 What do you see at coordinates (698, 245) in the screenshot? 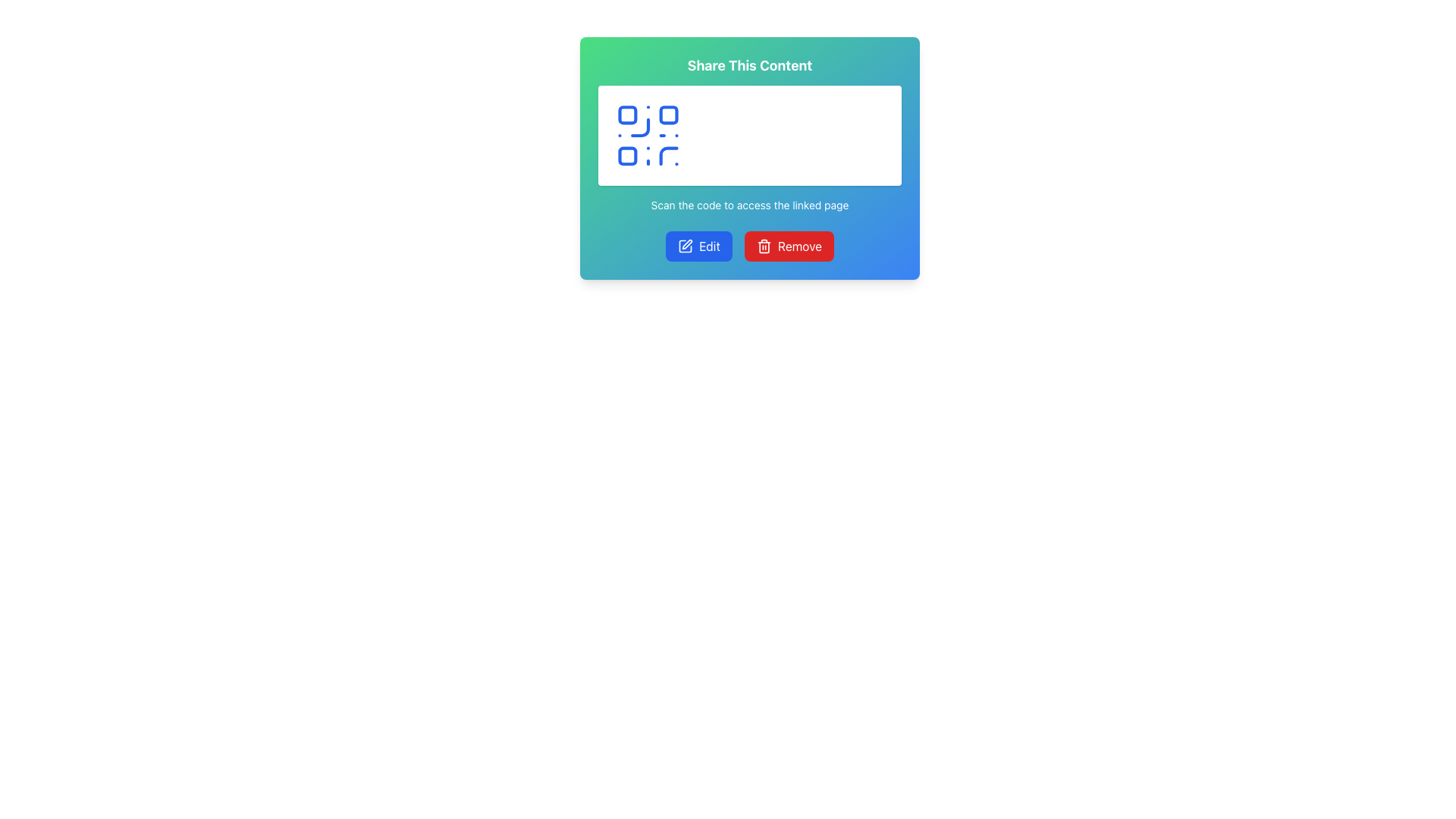
I see `the 'Edit' button with a blue background and a pencil icon on the left side, located on the left side of two buttons, to change its background color` at bounding box center [698, 245].